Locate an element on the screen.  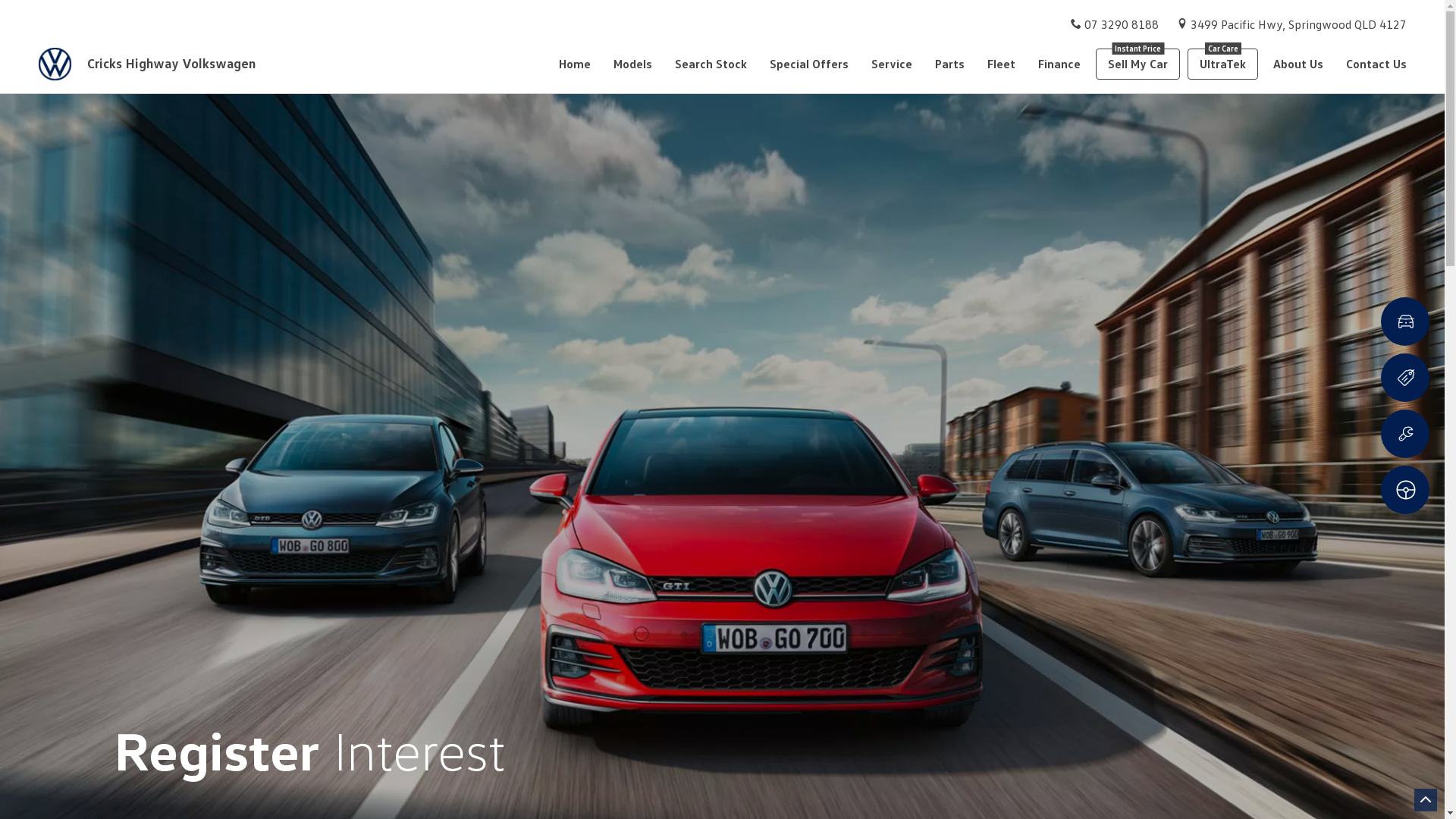
'Parts' is located at coordinates (949, 63).